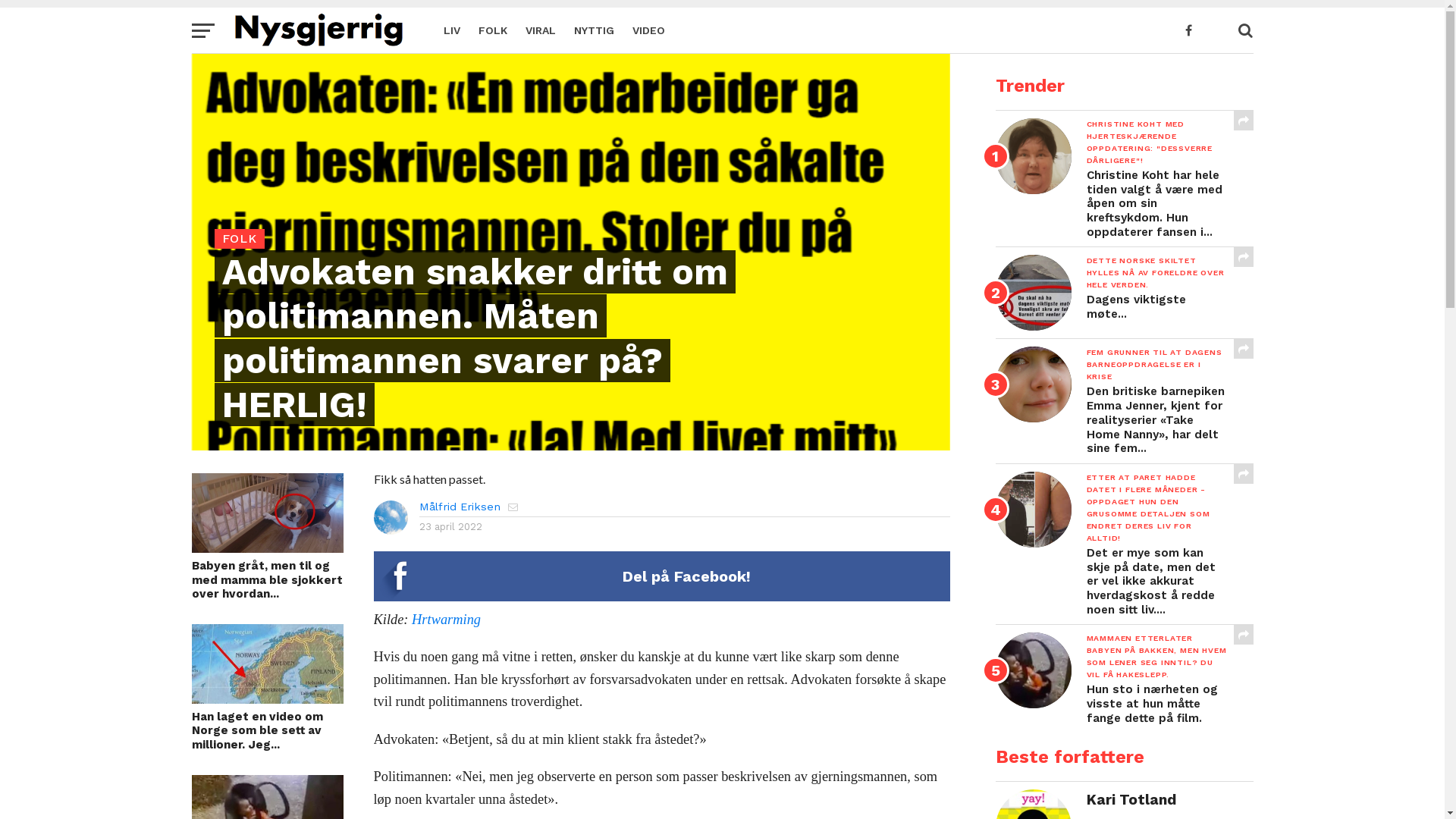 The image size is (1456, 819). I want to click on 'VIRAL', so click(539, 30).